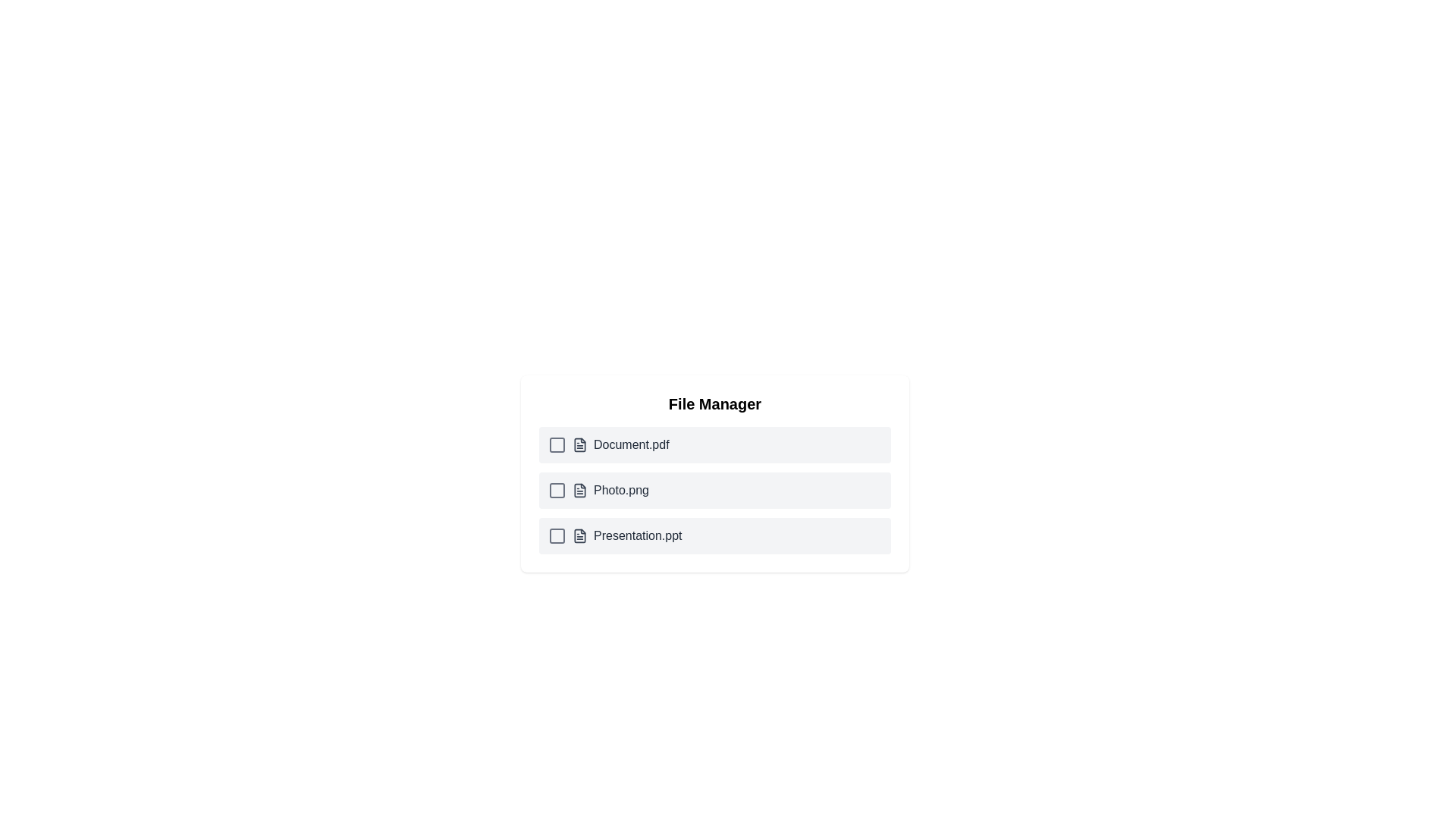 The height and width of the screenshot is (819, 1456). What do you see at coordinates (638, 535) in the screenshot?
I see `the text label displaying 'Presentation.ppt'` at bounding box center [638, 535].